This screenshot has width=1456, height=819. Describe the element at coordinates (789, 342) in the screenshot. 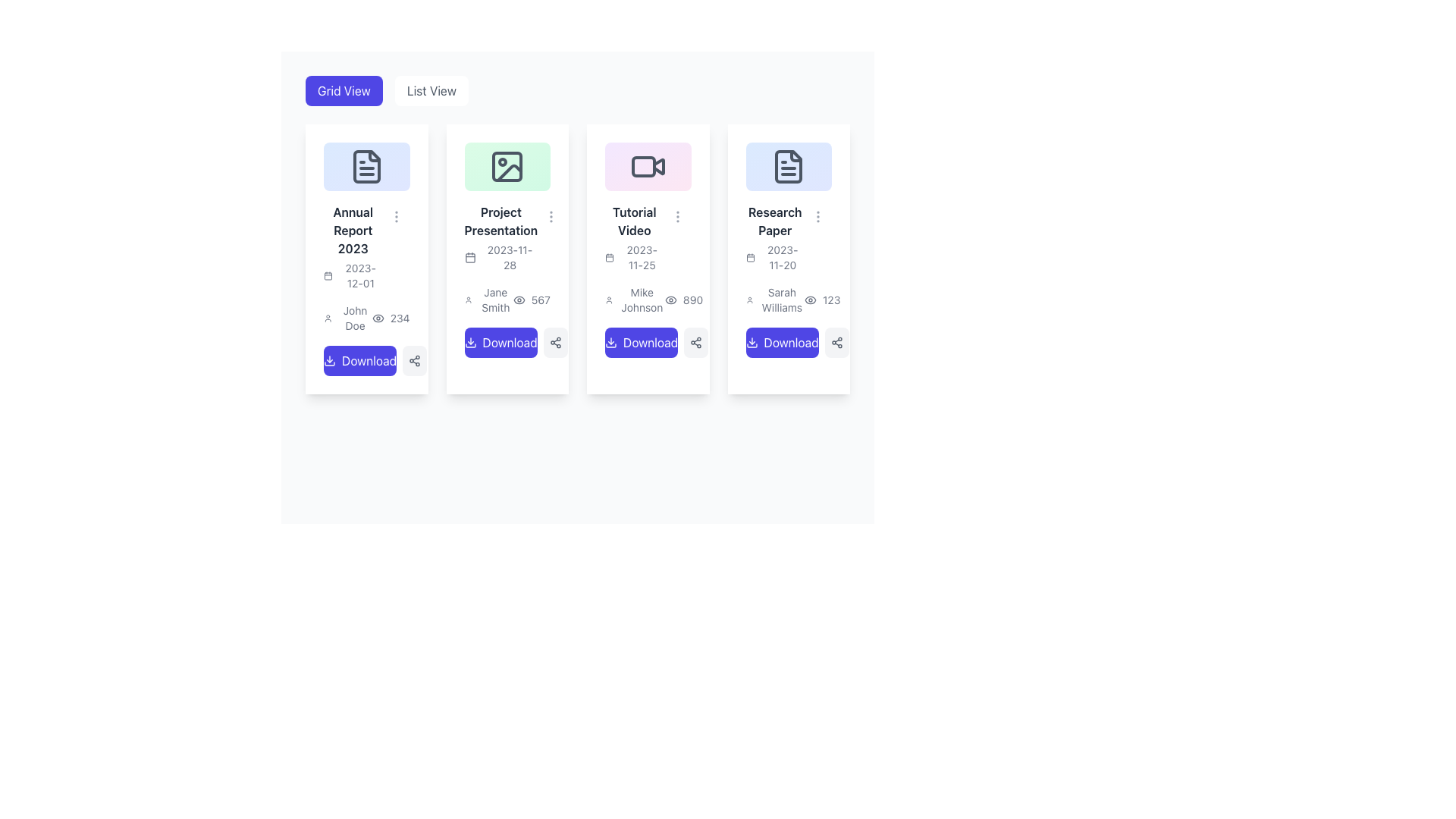

I see `the button located at the bottom of the card titled 'Research Paper' to initiate the download of the associated document` at that location.